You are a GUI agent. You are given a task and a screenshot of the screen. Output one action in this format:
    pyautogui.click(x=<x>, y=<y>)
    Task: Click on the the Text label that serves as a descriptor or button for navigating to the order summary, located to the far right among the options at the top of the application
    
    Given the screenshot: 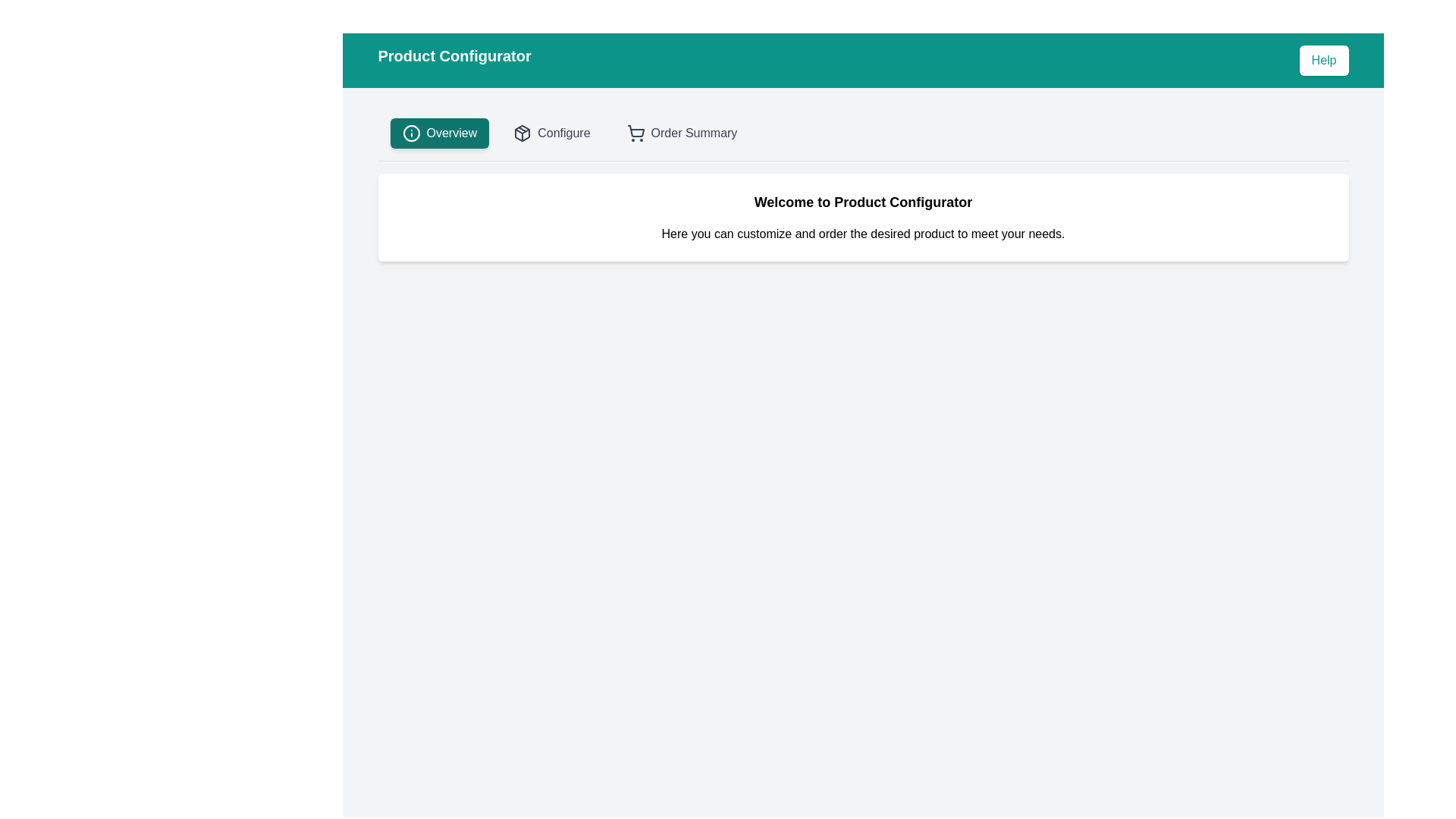 What is the action you would take?
    pyautogui.click(x=693, y=133)
    